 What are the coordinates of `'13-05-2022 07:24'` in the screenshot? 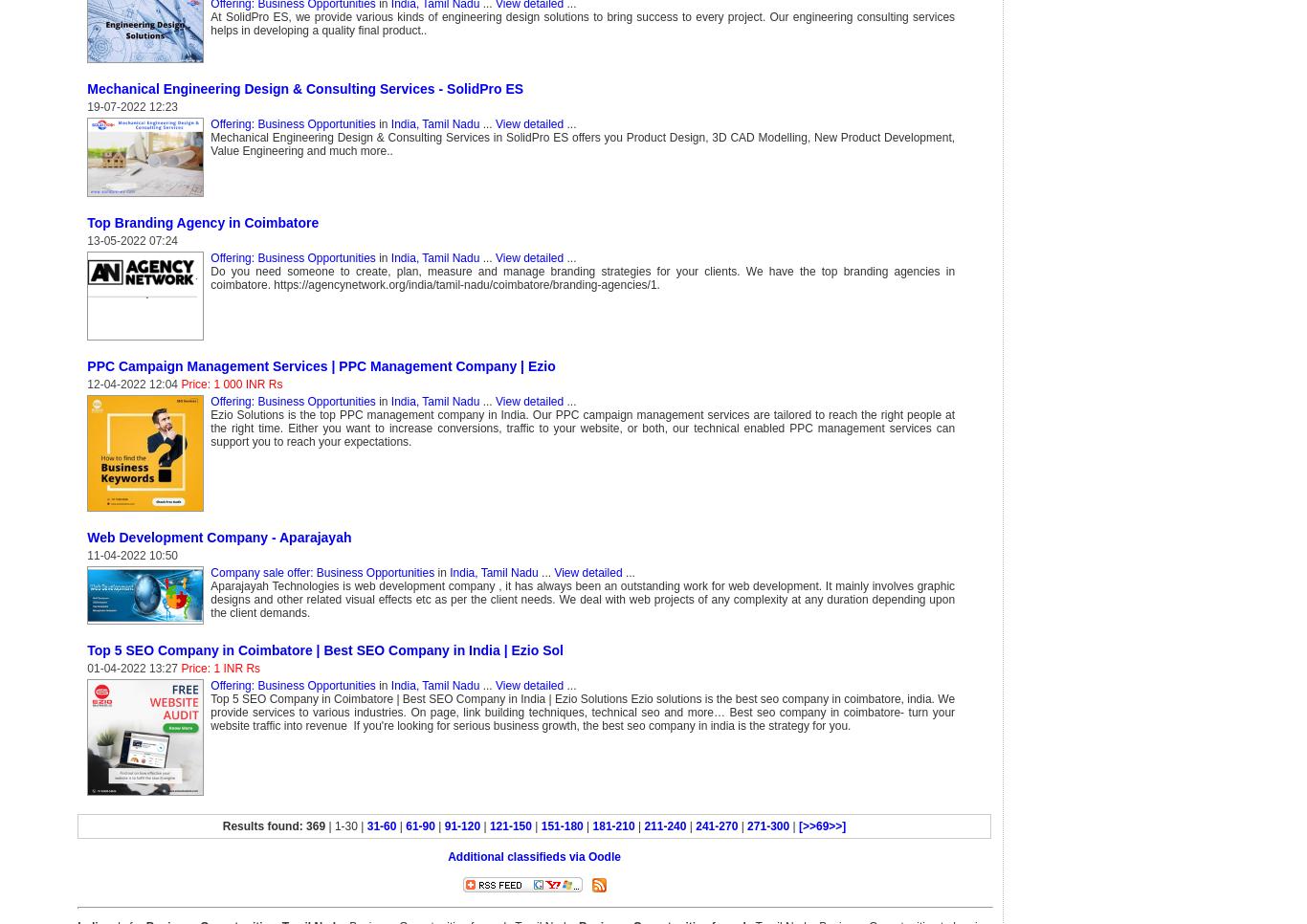 It's located at (131, 241).